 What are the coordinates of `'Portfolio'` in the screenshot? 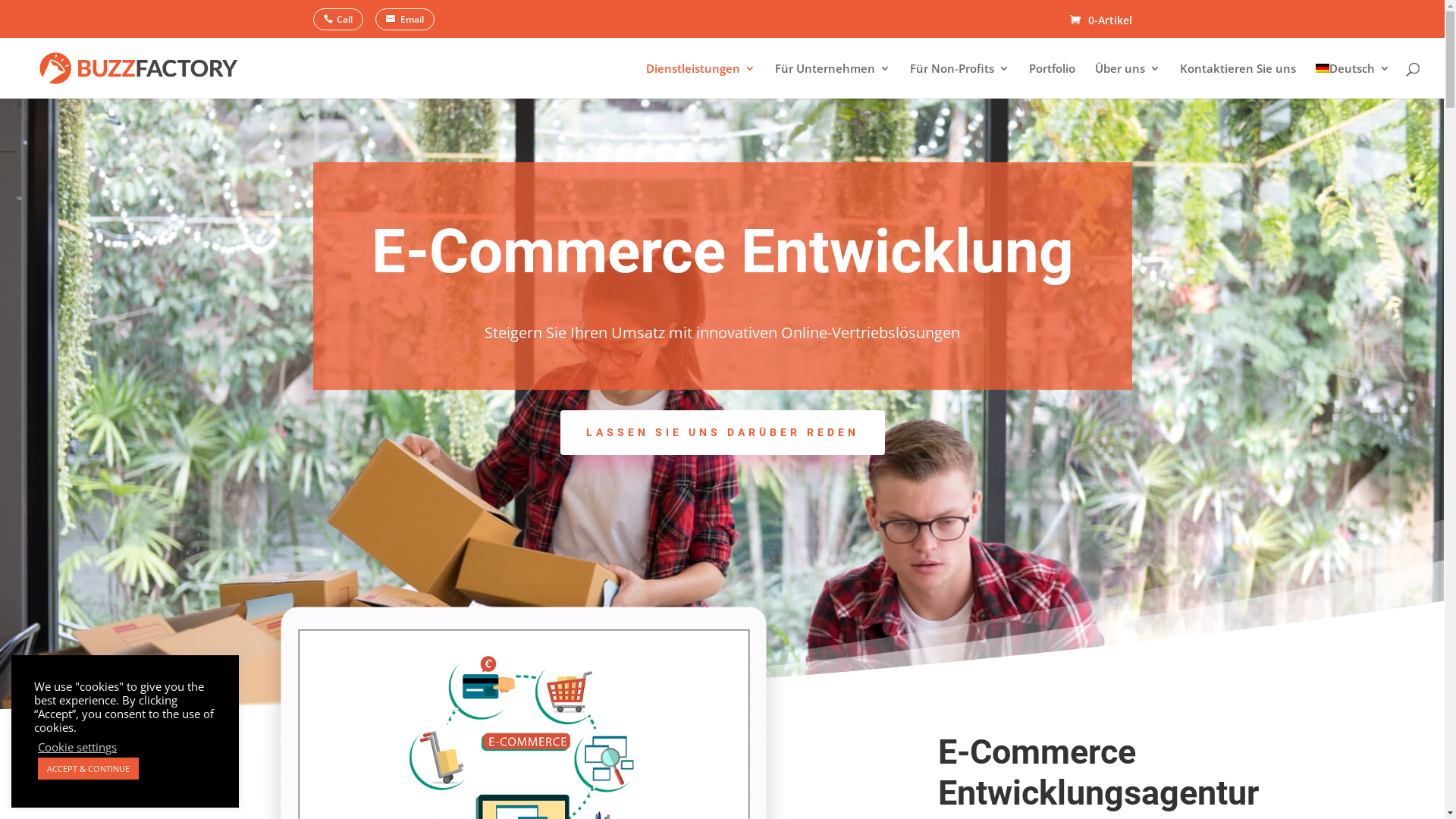 It's located at (1051, 80).